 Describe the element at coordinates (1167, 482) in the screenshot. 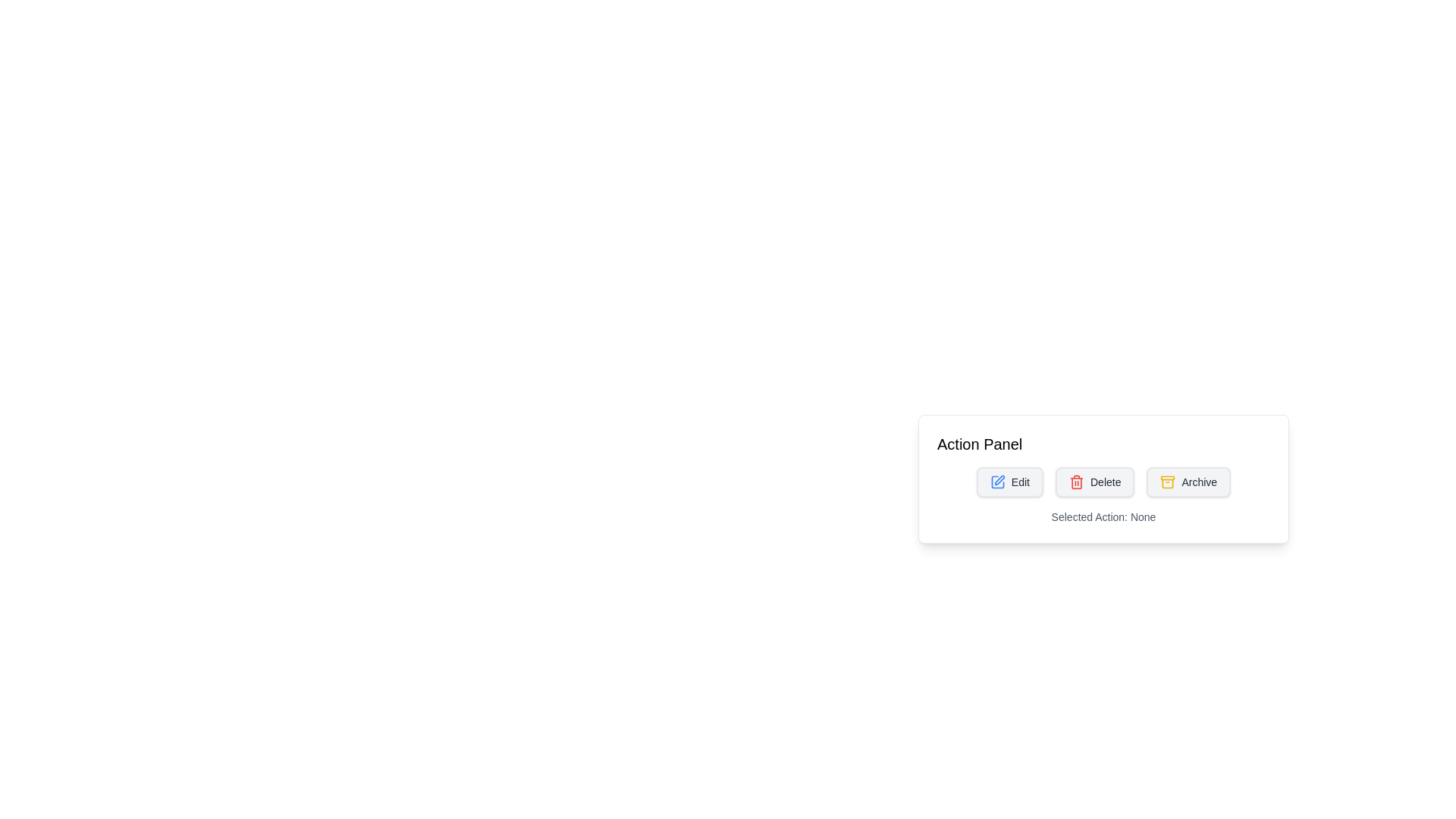

I see `the archive icon located to the left of the 'Archive' label in the user interface` at that location.